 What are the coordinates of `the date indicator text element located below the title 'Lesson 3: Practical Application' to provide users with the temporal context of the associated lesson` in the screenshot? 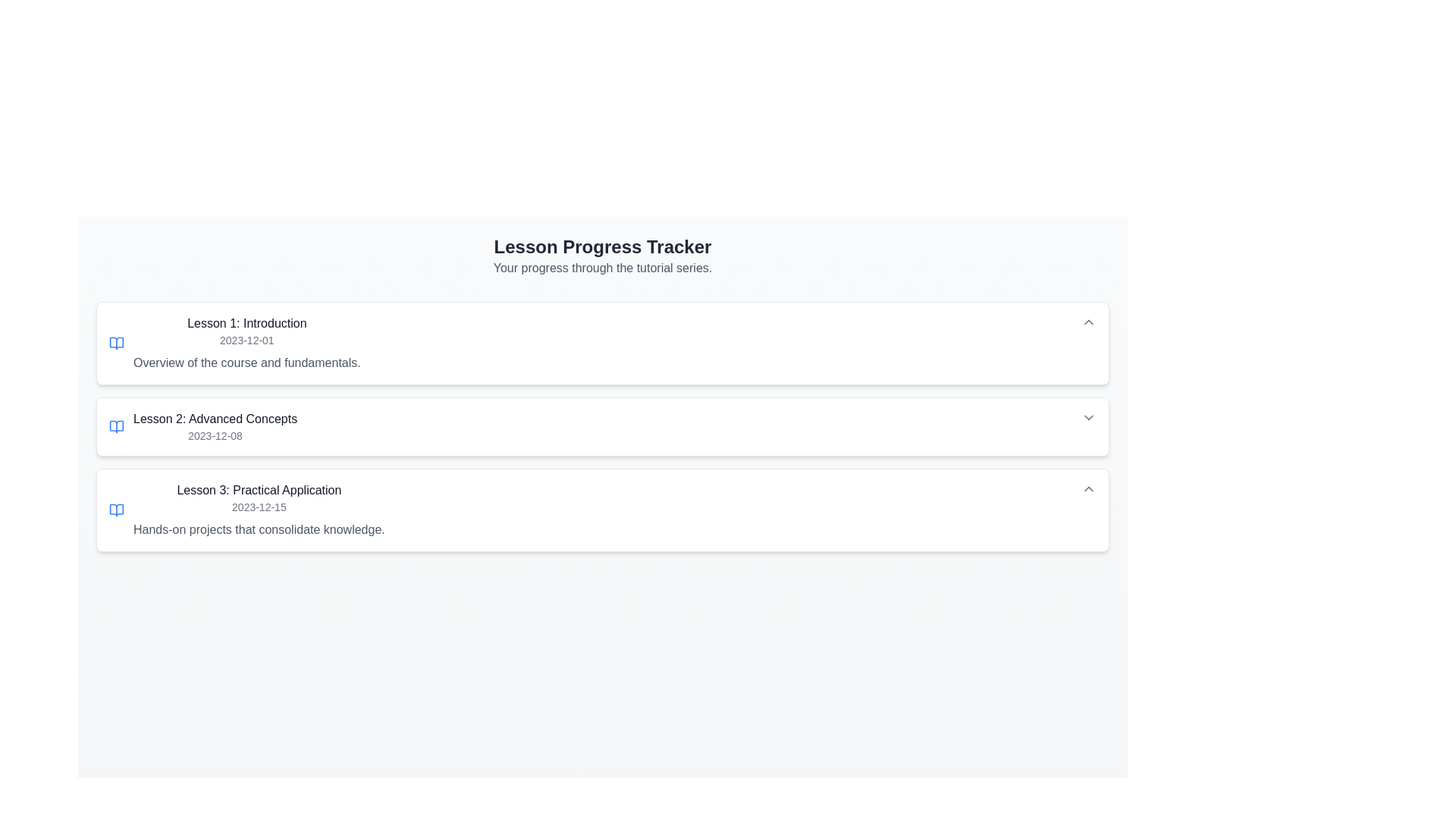 It's located at (259, 507).